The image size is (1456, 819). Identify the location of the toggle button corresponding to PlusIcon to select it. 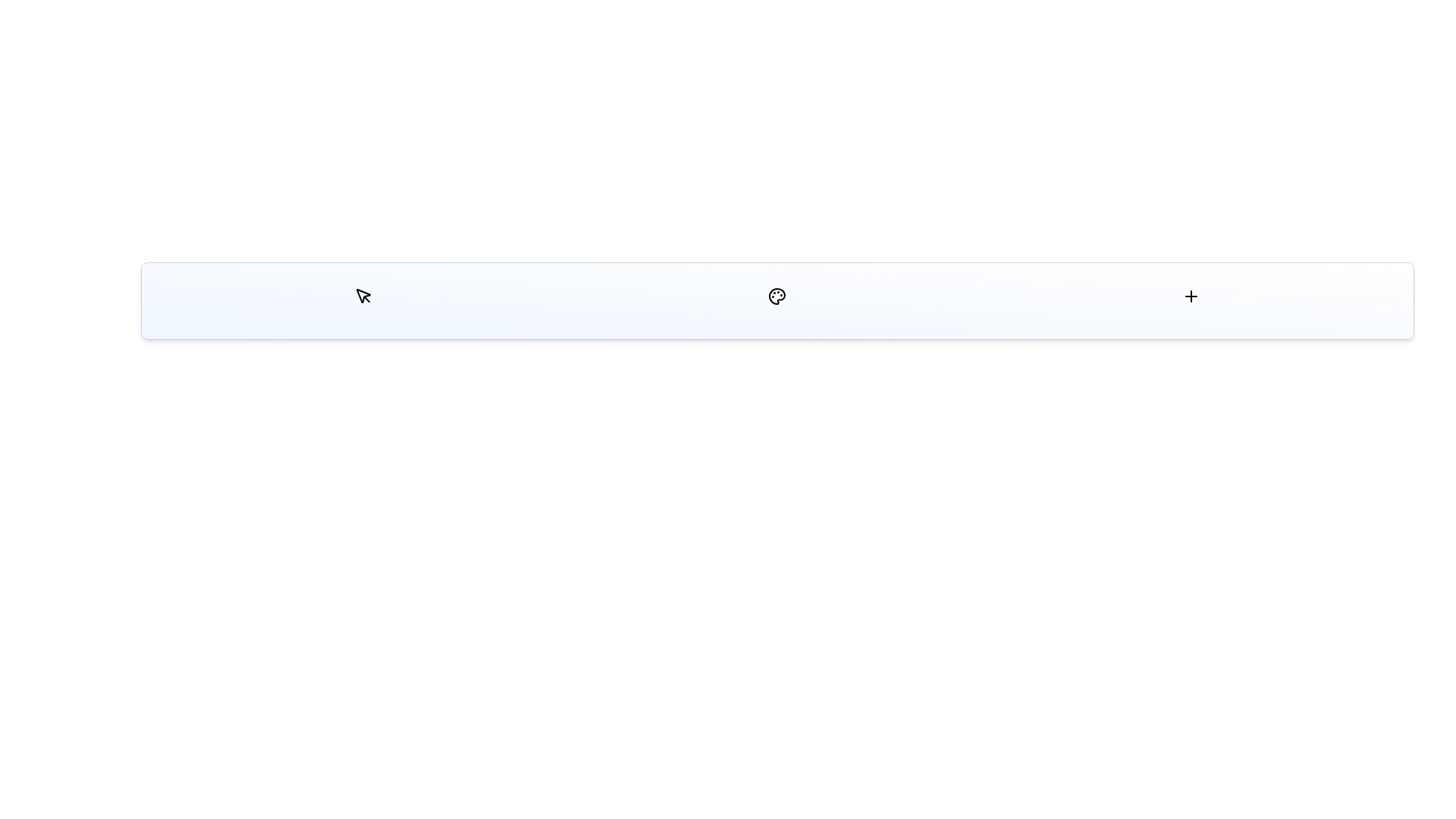
(1191, 296).